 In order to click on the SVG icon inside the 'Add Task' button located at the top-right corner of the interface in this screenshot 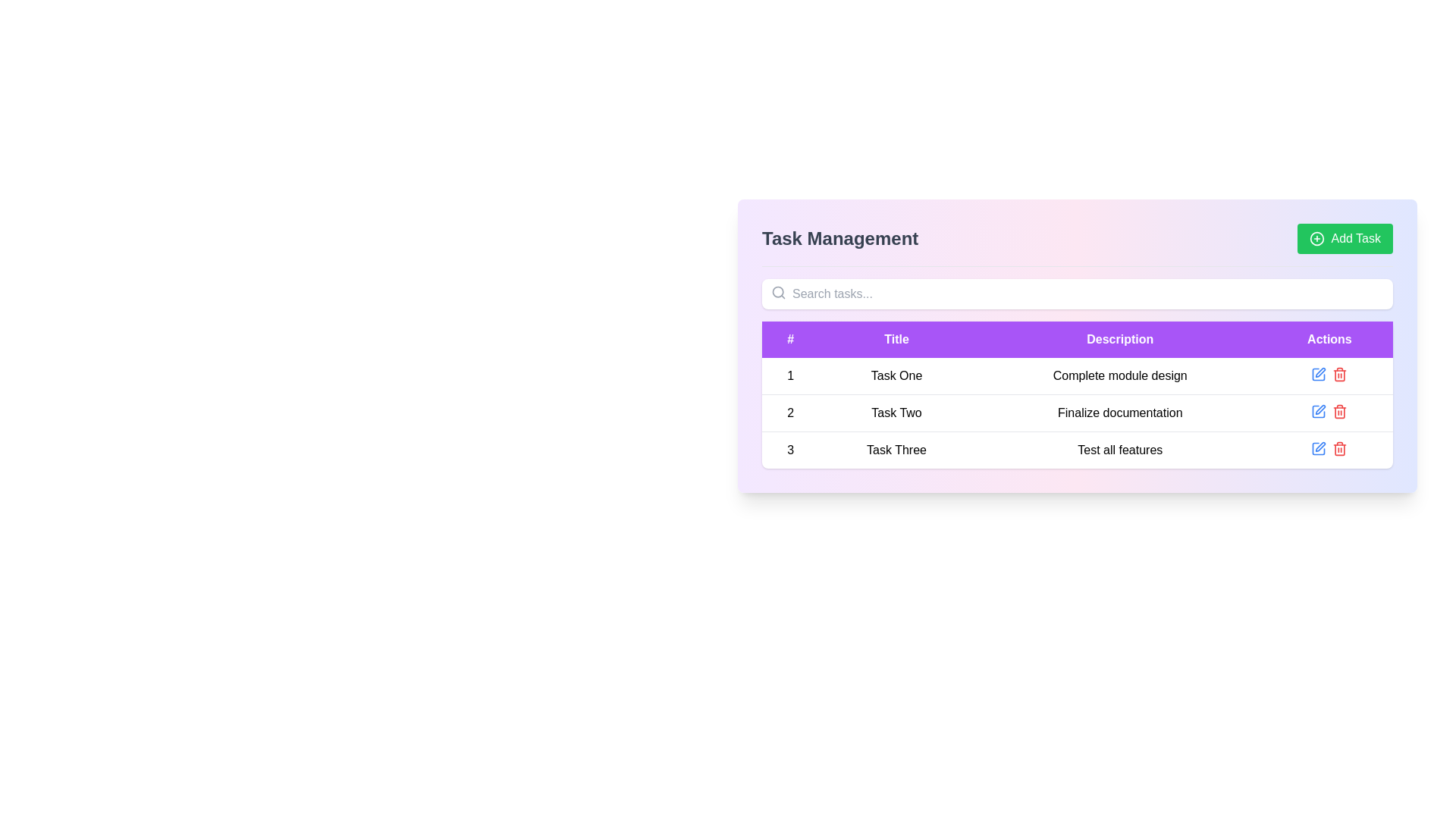, I will do `click(1316, 239)`.